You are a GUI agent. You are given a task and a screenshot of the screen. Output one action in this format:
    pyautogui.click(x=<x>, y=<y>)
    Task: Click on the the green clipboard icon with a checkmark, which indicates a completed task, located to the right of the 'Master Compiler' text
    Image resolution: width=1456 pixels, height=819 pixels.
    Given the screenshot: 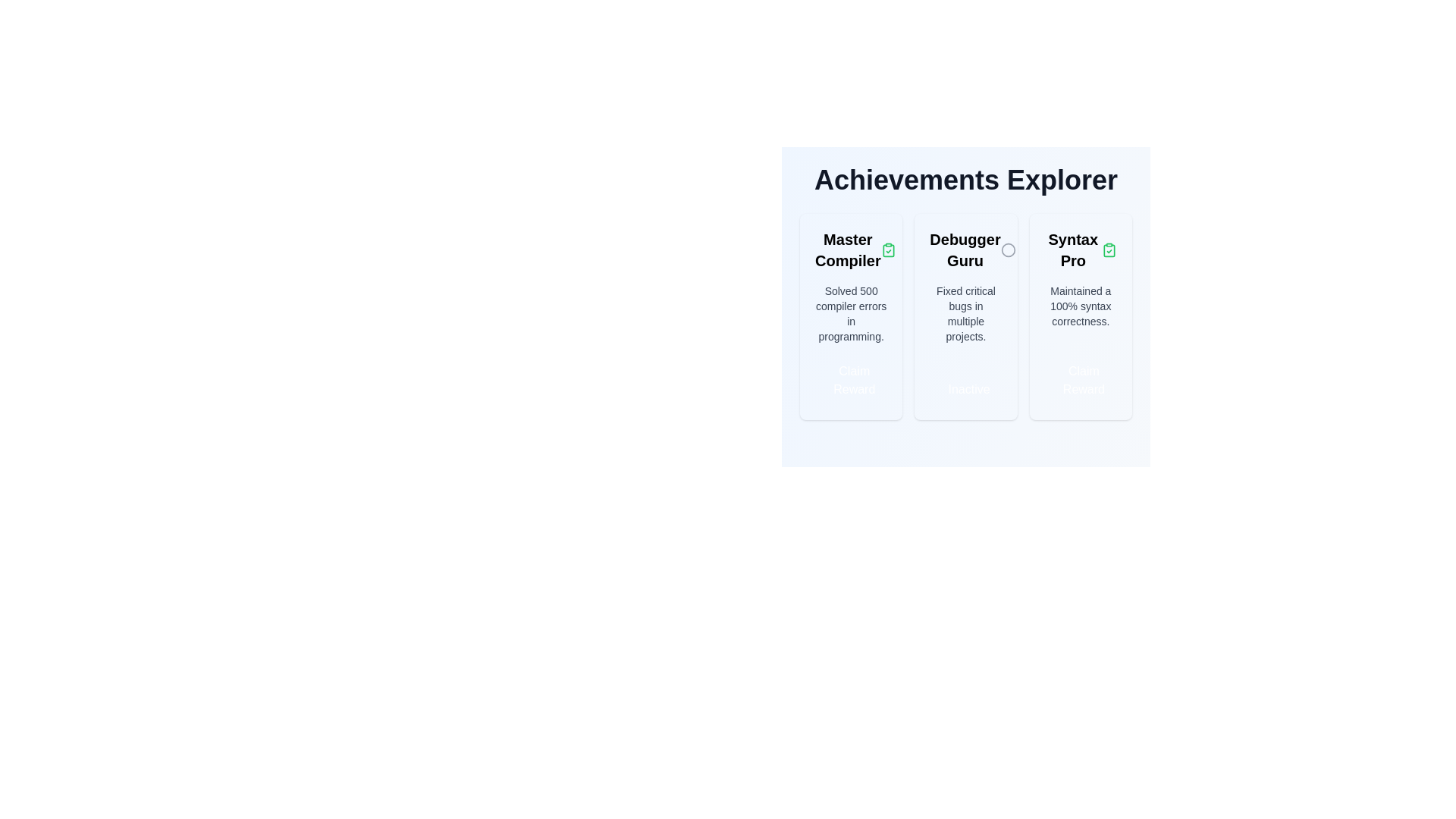 What is the action you would take?
    pyautogui.click(x=888, y=249)
    